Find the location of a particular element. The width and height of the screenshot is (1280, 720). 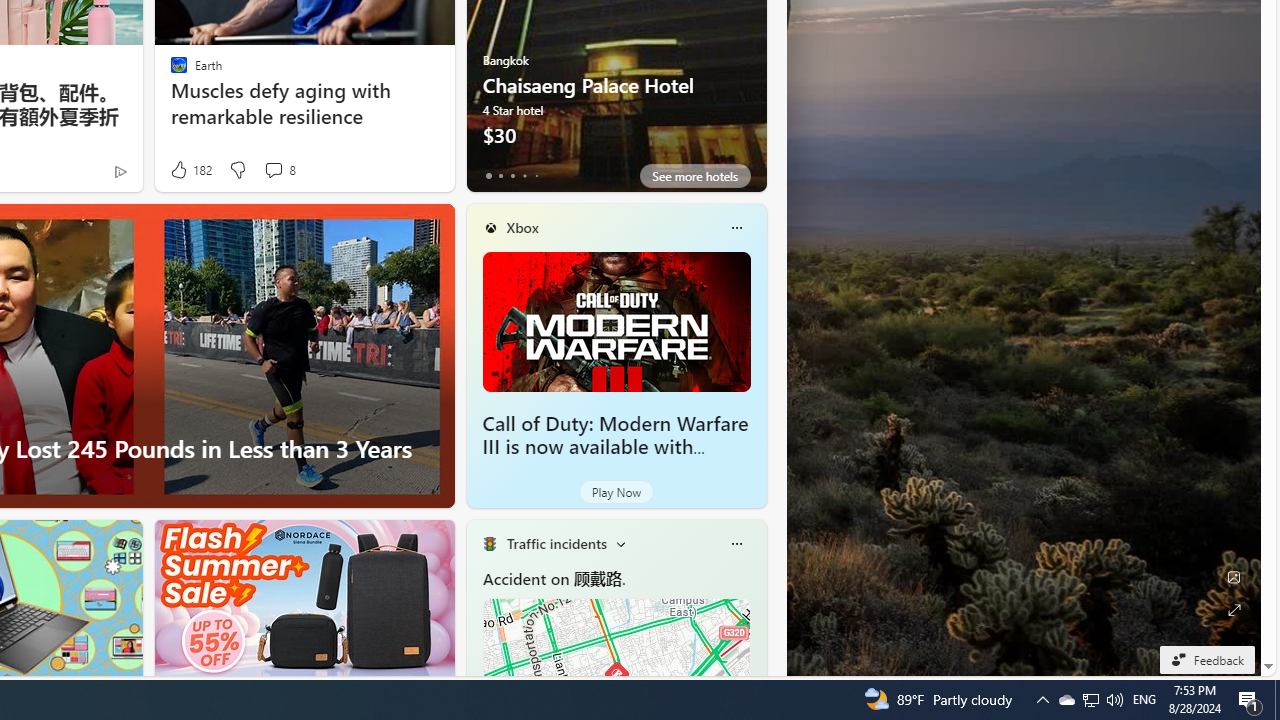

'More options' is located at coordinates (735, 543).